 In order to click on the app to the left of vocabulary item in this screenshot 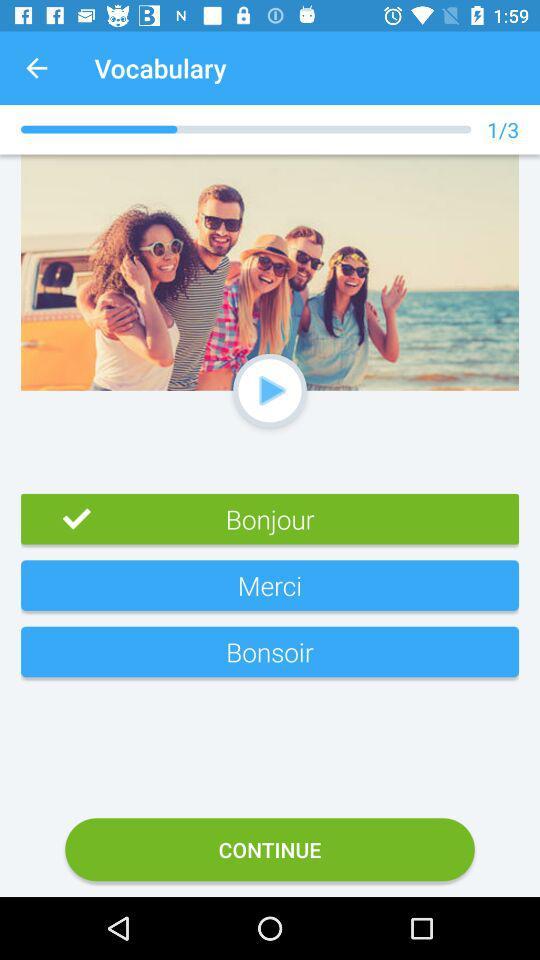, I will do `click(36, 68)`.